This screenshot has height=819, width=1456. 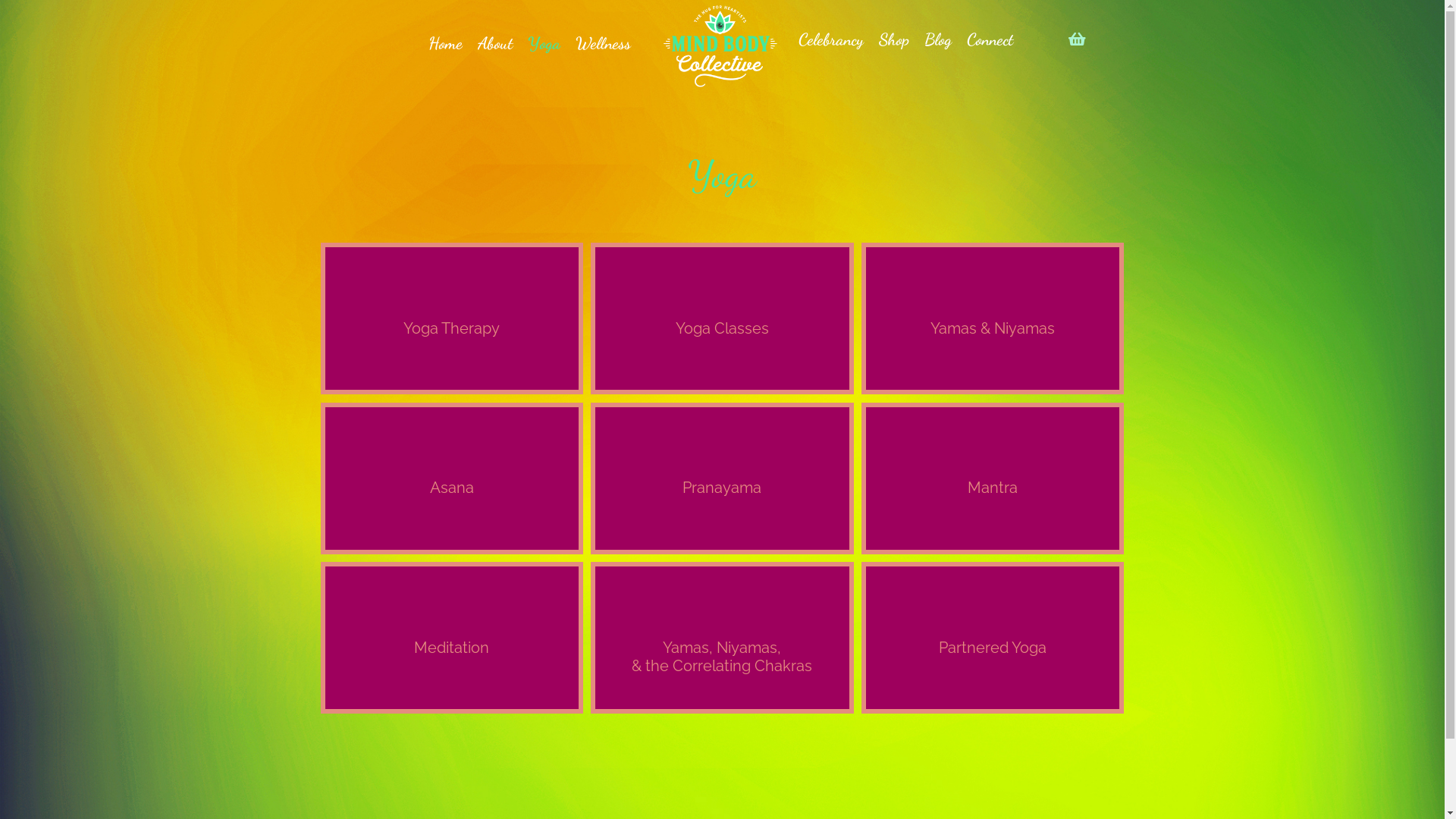 I want to click on 'Connect', so click(x=959, y=39).